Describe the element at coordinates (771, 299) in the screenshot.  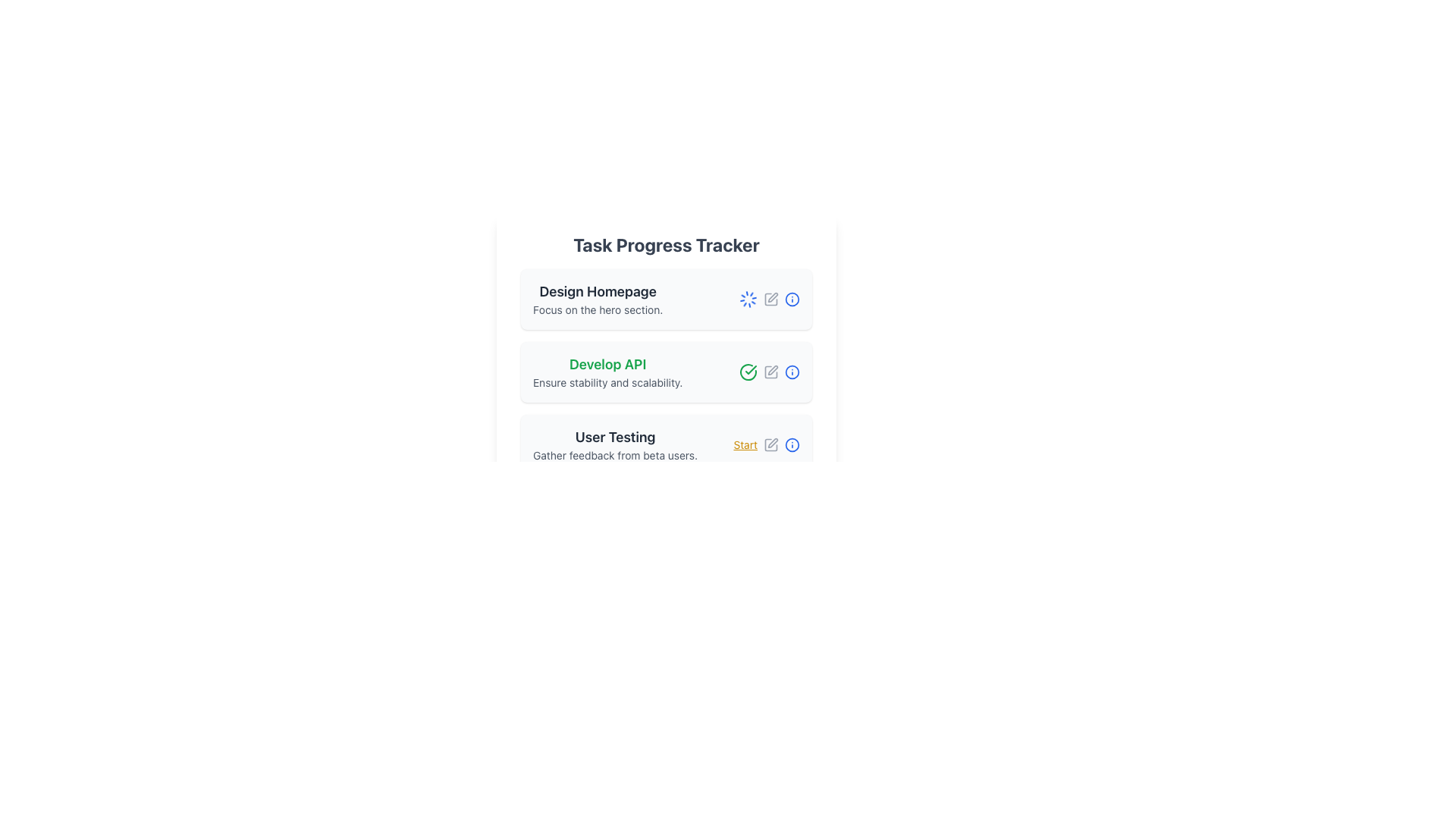
I see `the edit icon represented by a small square with a pencil overlay, located in the task card for 'Design Homepage', to change its color from gray to green` at that location.